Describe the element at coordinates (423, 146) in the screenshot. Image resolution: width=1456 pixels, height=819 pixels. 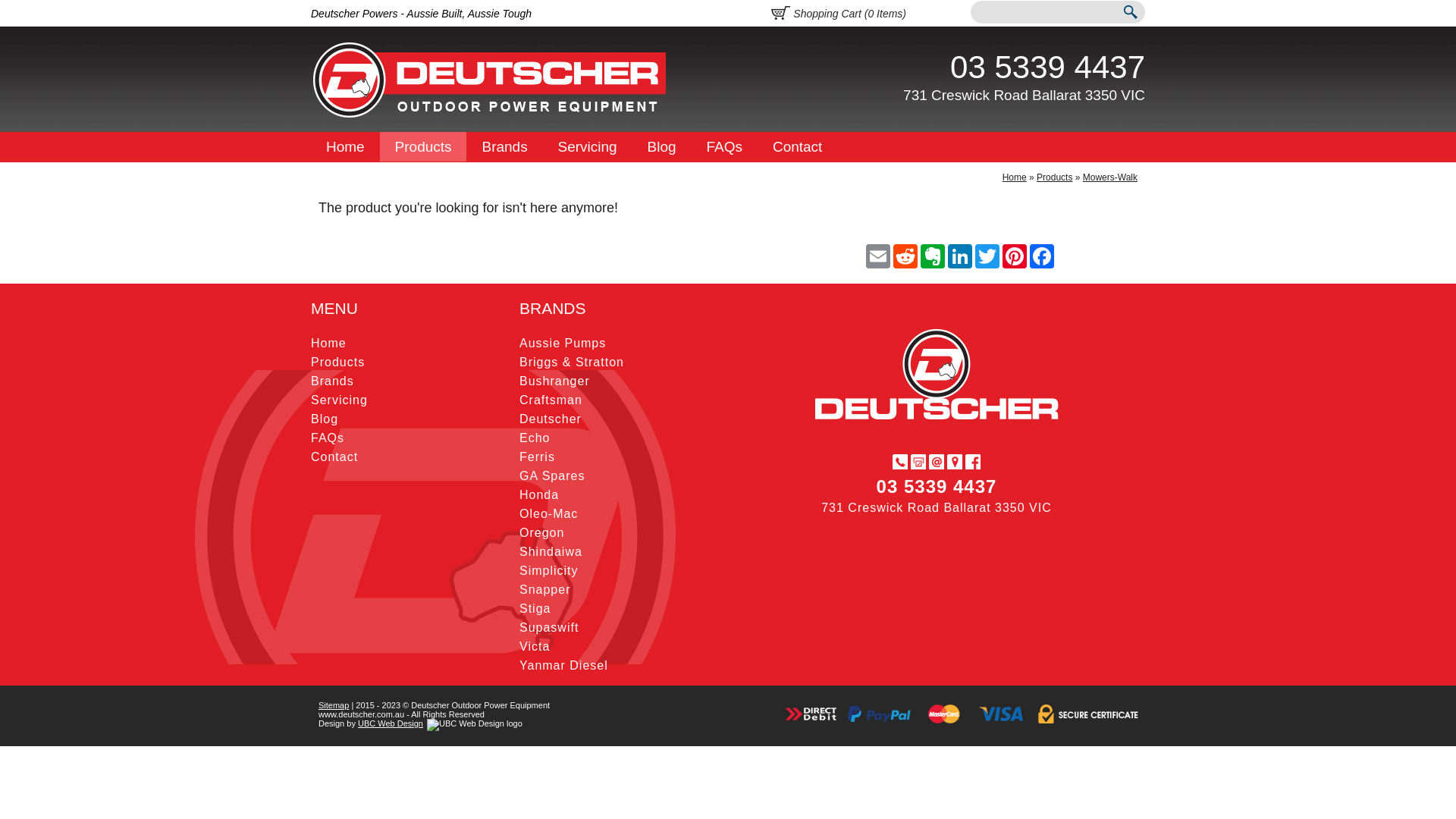
I see `'Products'` at that location.